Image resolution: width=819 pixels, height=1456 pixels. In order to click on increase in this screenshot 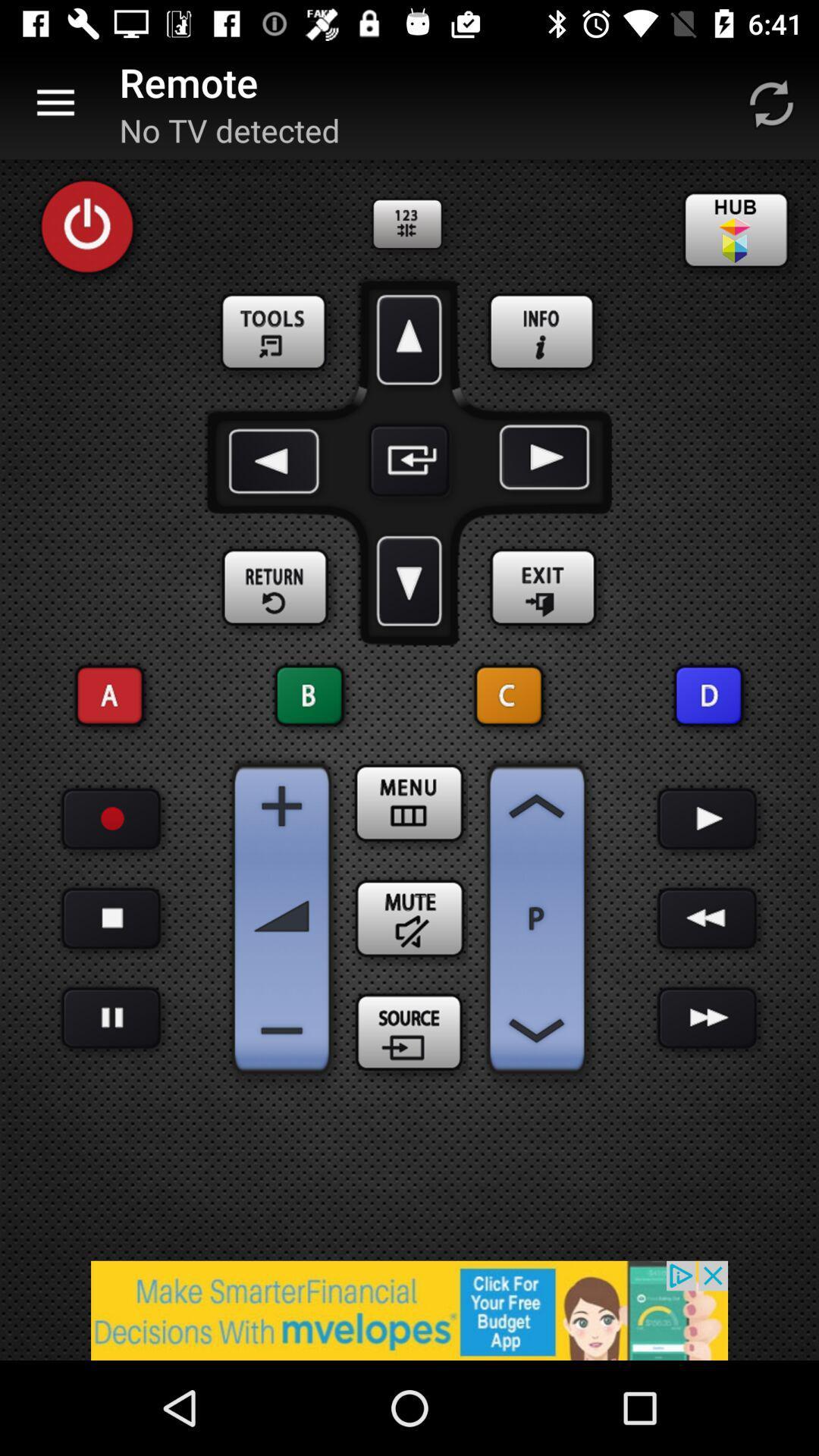, I will do `click(536, 805)`.